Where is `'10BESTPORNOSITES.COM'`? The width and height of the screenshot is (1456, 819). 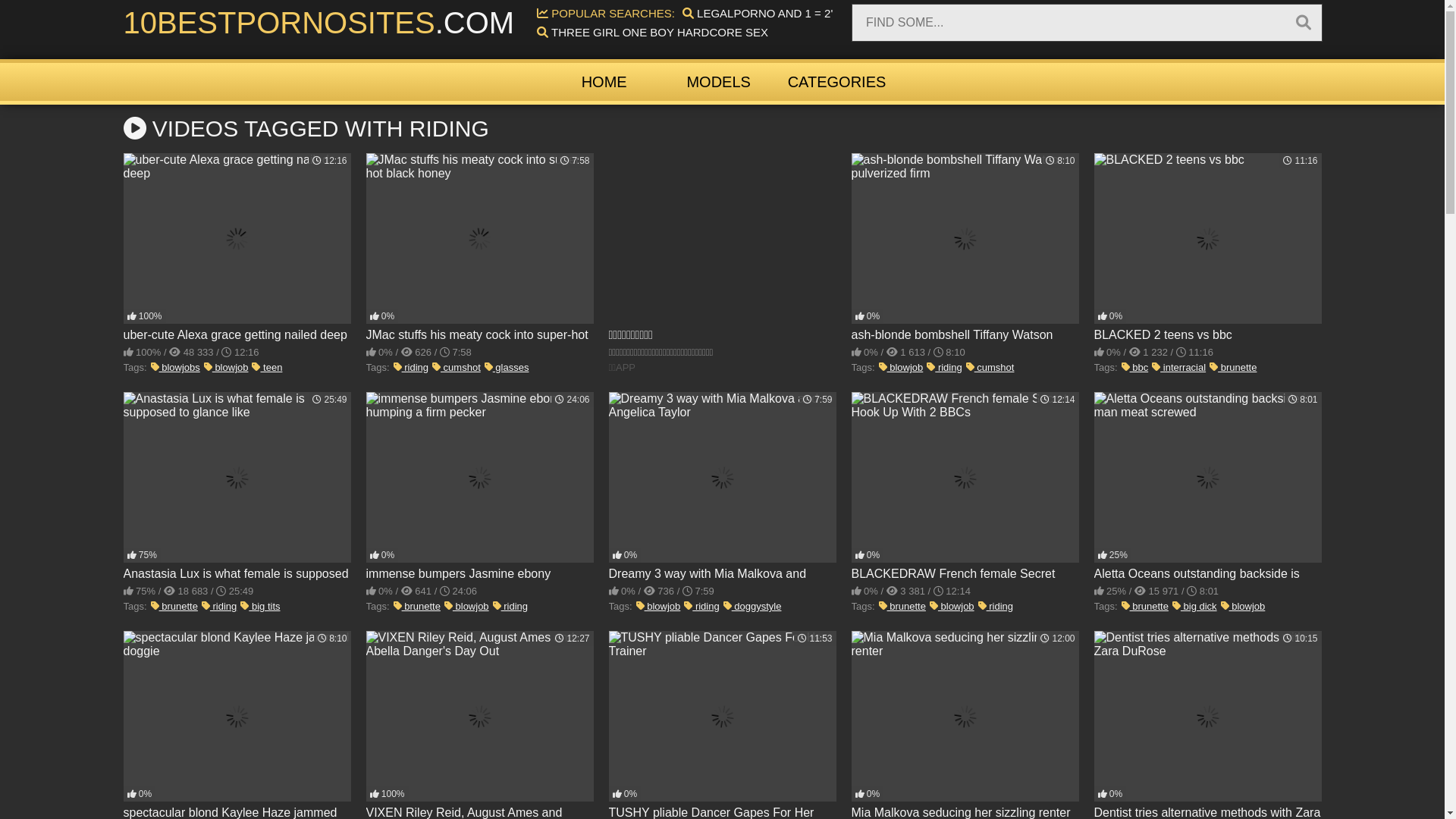 '10BESTPORNOSITES.COM' is located at coordinates (318, 23).